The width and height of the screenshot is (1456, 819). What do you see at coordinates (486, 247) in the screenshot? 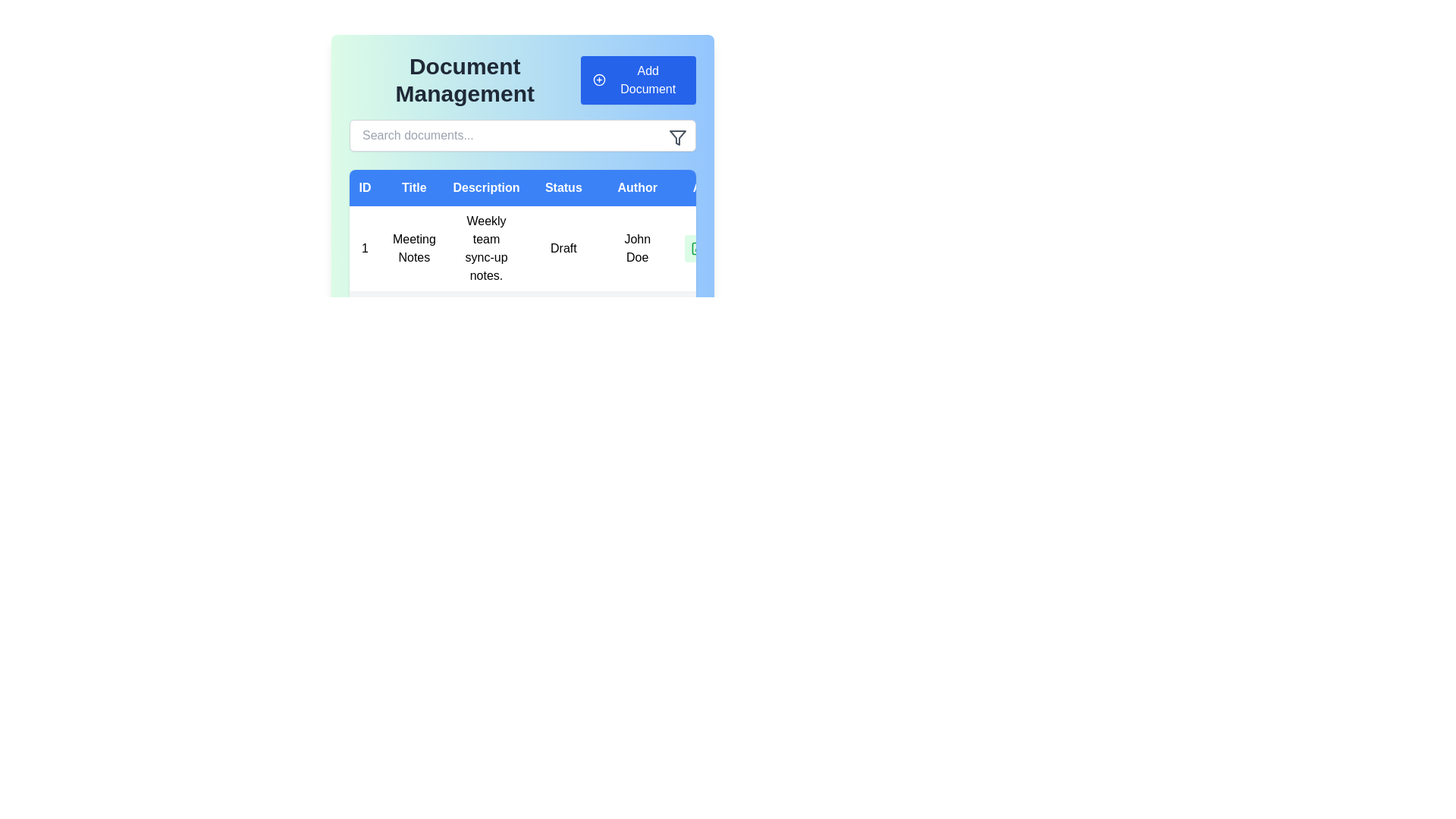
I see `the Text label in the 'Description' column of the meeting notes table, which provides details about the entry` at bounding box center [486, 247].